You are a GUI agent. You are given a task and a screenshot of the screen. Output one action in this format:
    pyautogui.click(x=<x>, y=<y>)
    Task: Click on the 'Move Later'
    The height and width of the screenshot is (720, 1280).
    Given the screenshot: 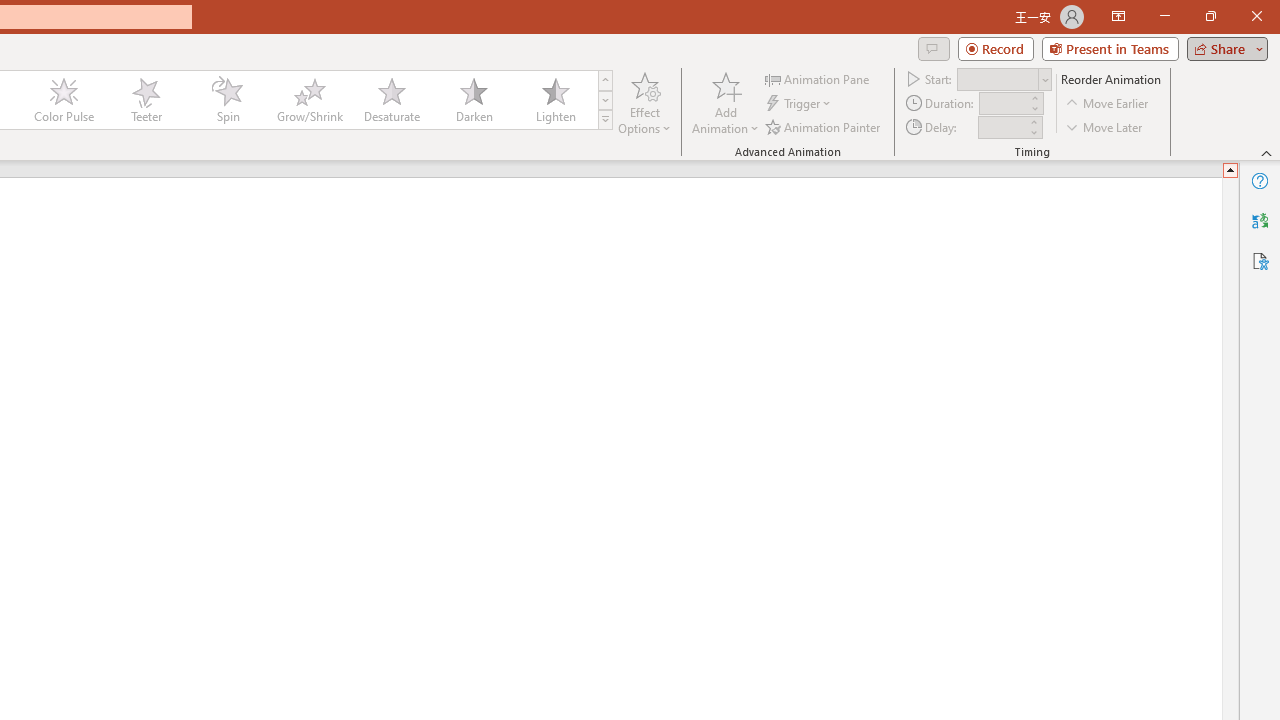 What is the action you would take?
    pyautogui.click(x=1104, y=127)
    